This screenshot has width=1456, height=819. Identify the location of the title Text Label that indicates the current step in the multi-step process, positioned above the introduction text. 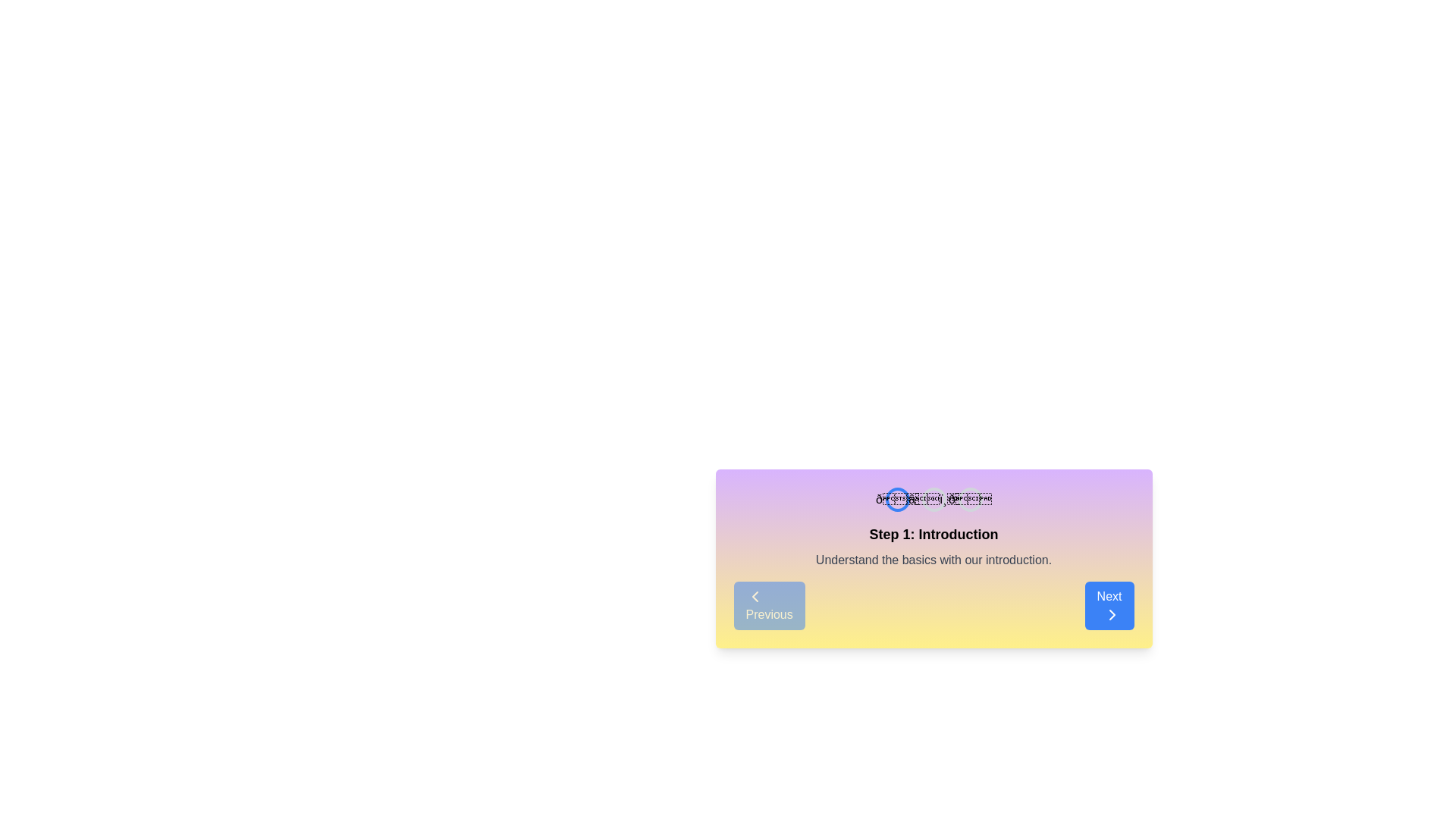
(933, 534).